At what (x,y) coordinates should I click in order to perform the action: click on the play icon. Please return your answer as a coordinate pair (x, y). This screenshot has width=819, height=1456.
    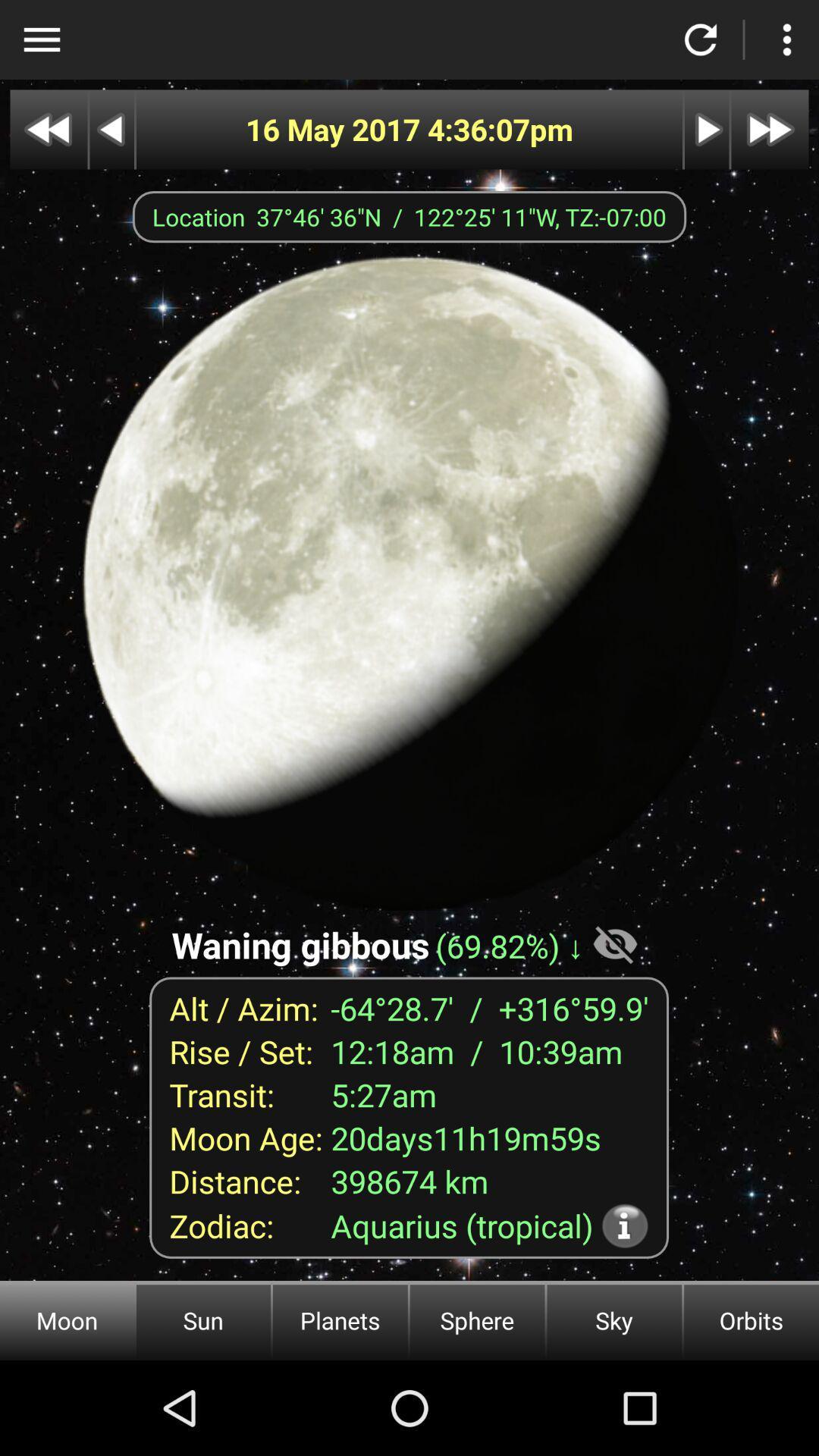
    Looking at the image, I should click on (707, 130).